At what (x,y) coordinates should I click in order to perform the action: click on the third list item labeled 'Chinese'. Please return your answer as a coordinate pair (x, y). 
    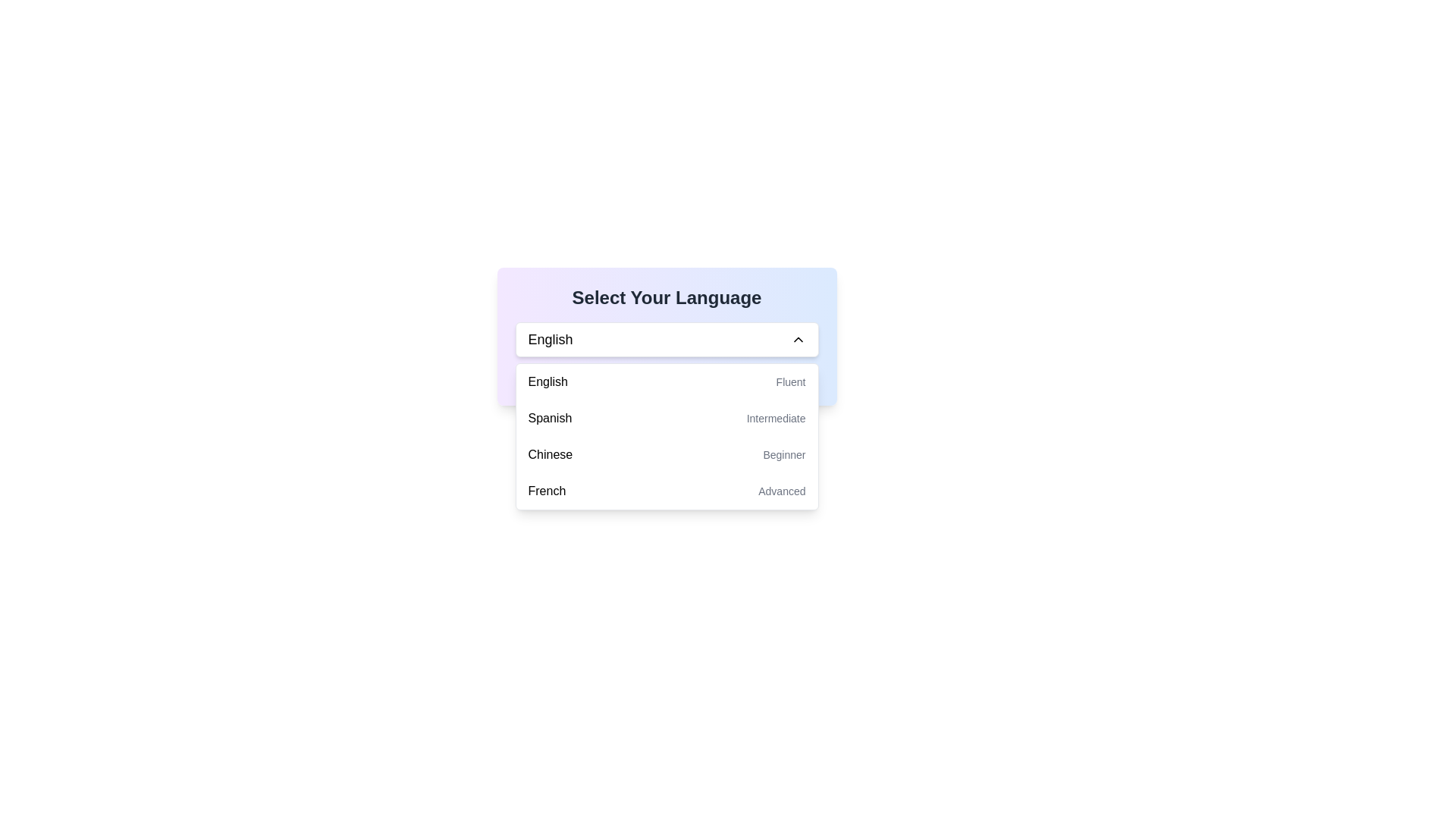
    Looking at the image, I should click on (667, 454).